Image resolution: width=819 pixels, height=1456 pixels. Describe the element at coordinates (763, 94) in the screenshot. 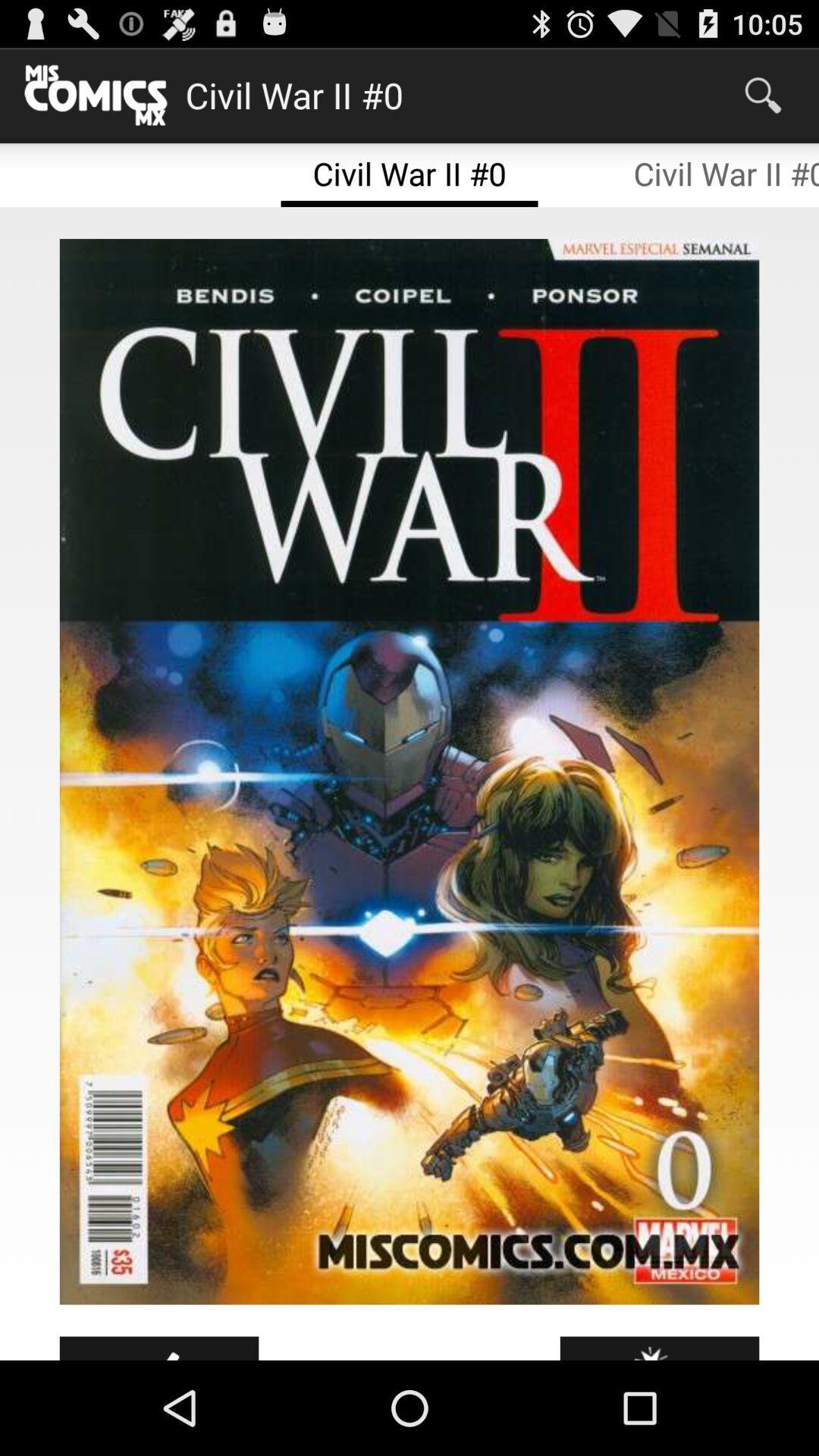

I see `the icon above civil war ii app` at that location.